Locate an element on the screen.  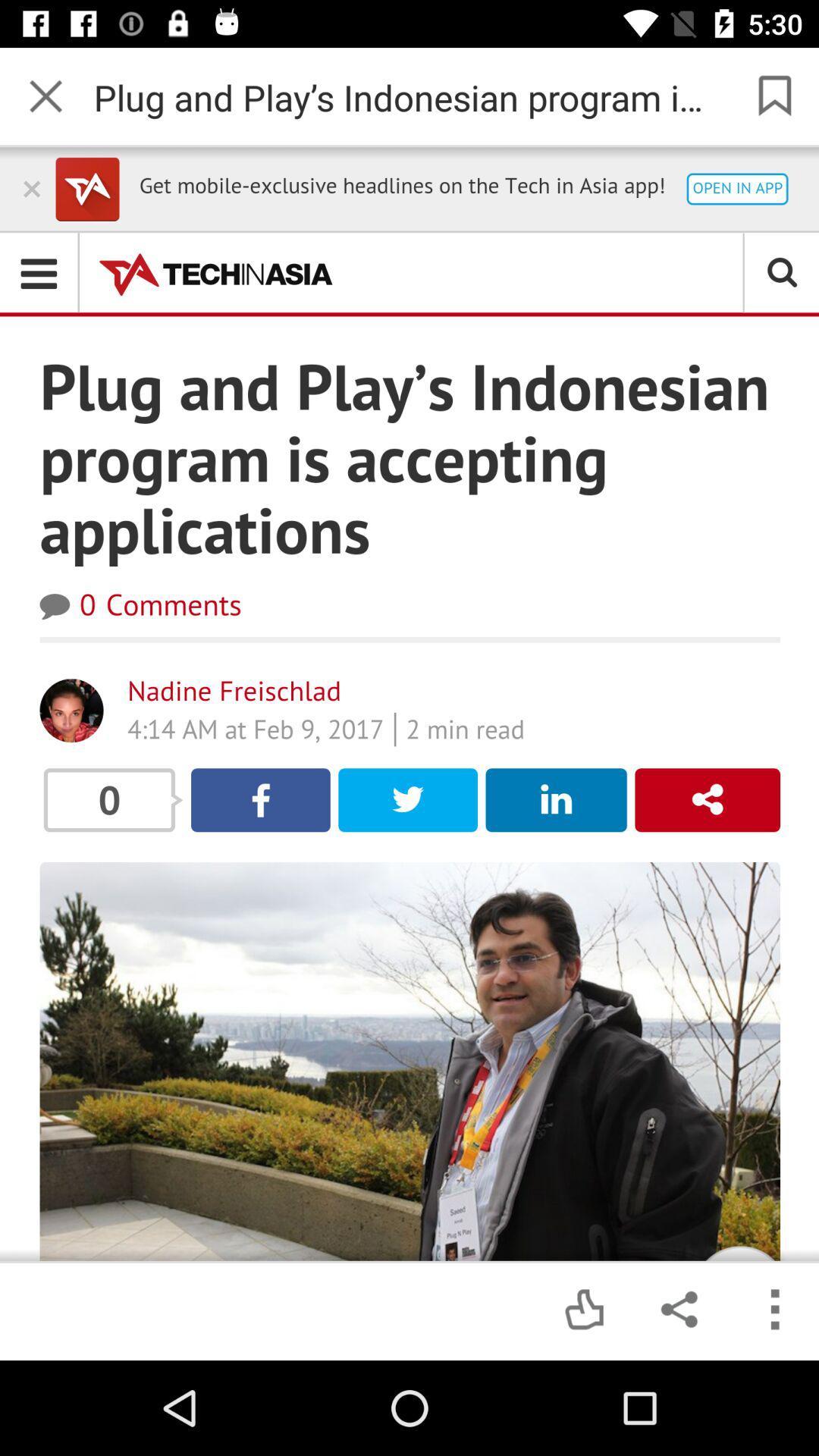
the thumbs_up icon is located at coordinates (583, 1310).